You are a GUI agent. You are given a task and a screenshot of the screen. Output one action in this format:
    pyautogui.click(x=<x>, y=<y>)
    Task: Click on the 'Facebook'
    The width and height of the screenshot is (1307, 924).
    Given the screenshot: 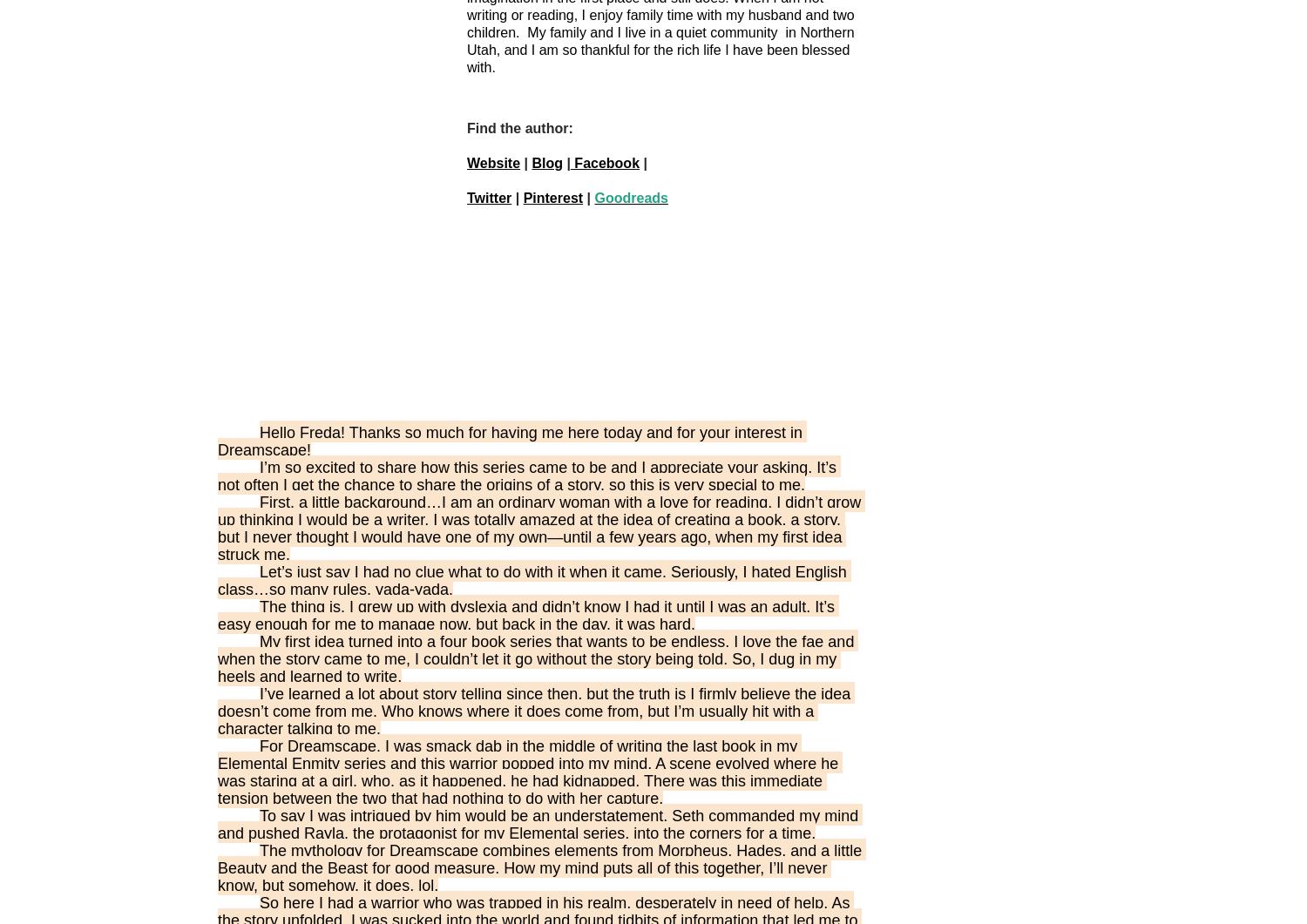 What is the action you would take?
    pyautogui.click(x=604, y=162)
    